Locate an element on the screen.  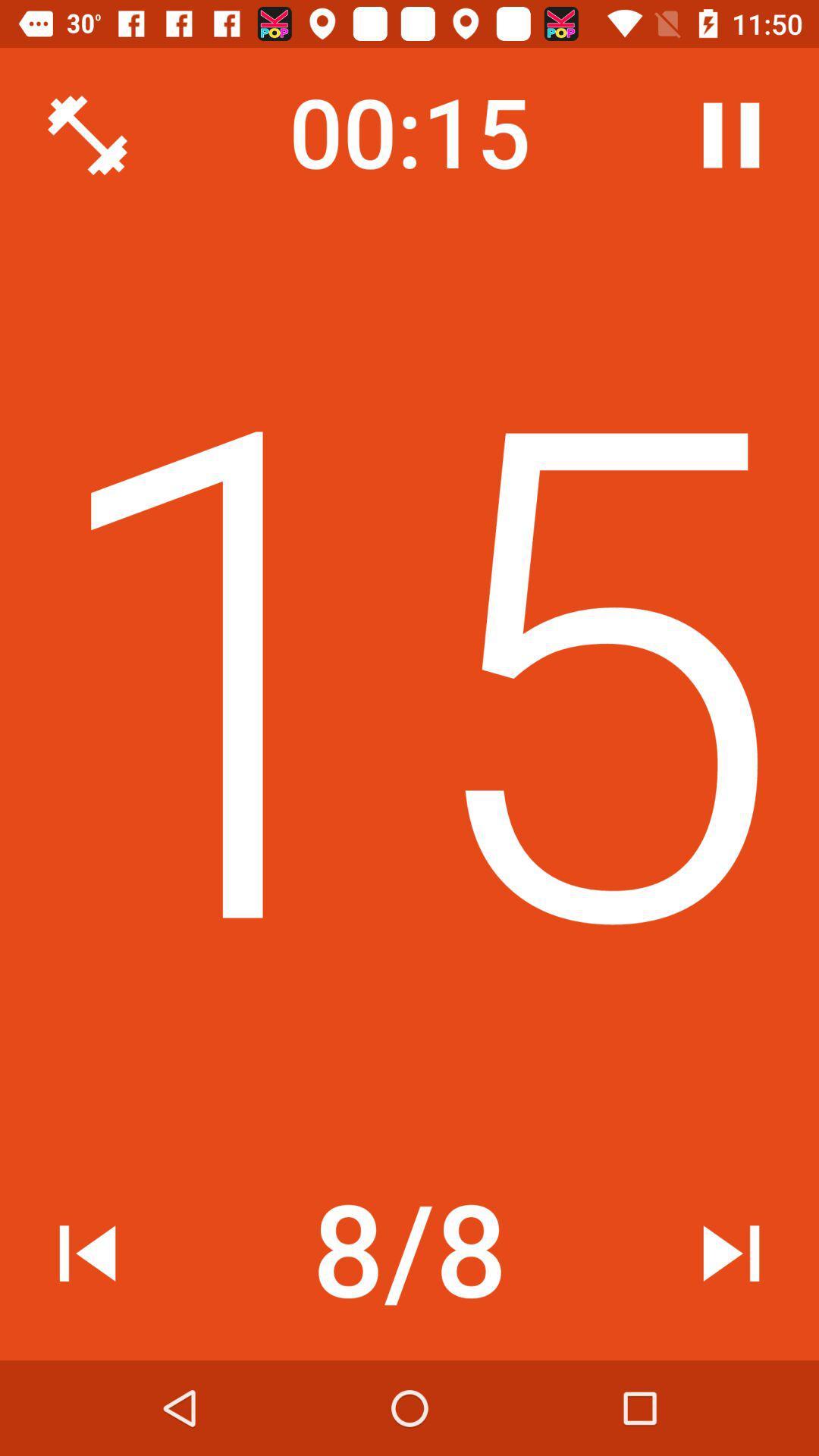
the skip_previous icon is located at coordinates (87, 1253).